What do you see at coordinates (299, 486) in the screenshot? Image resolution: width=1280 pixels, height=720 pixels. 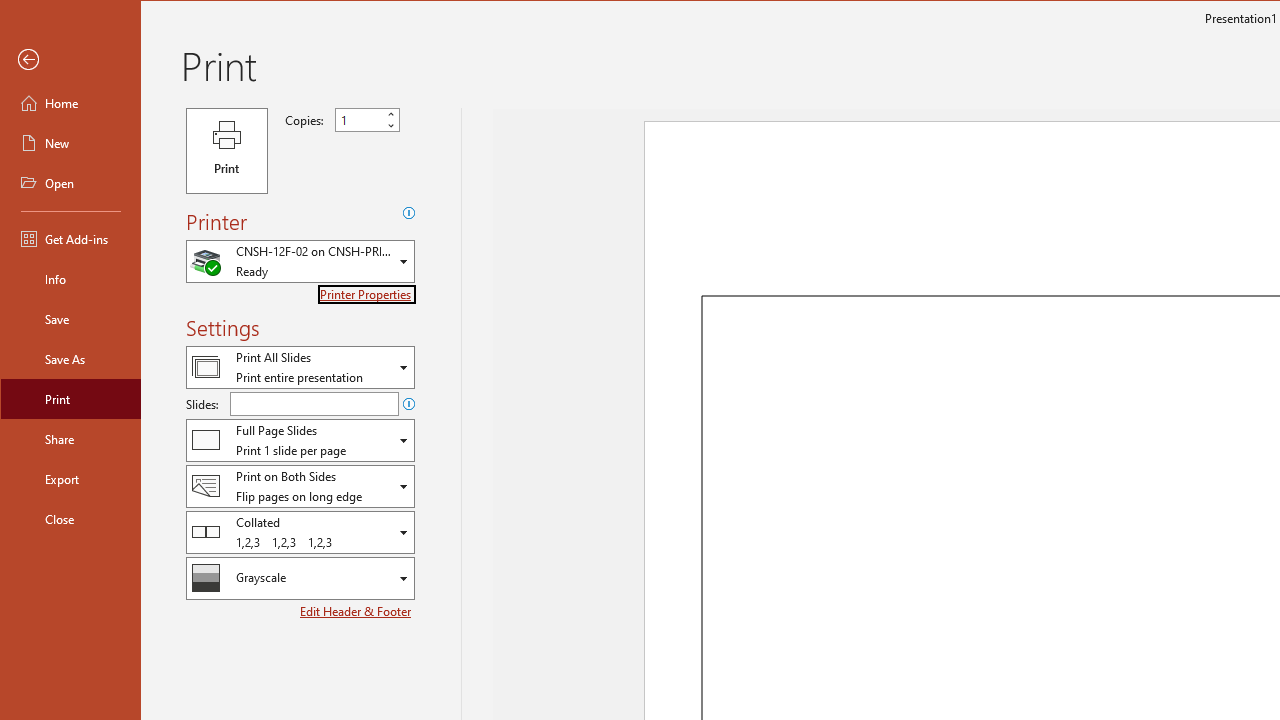 I see `'Two-Sided Printing'` at bounding box center [299, 486].